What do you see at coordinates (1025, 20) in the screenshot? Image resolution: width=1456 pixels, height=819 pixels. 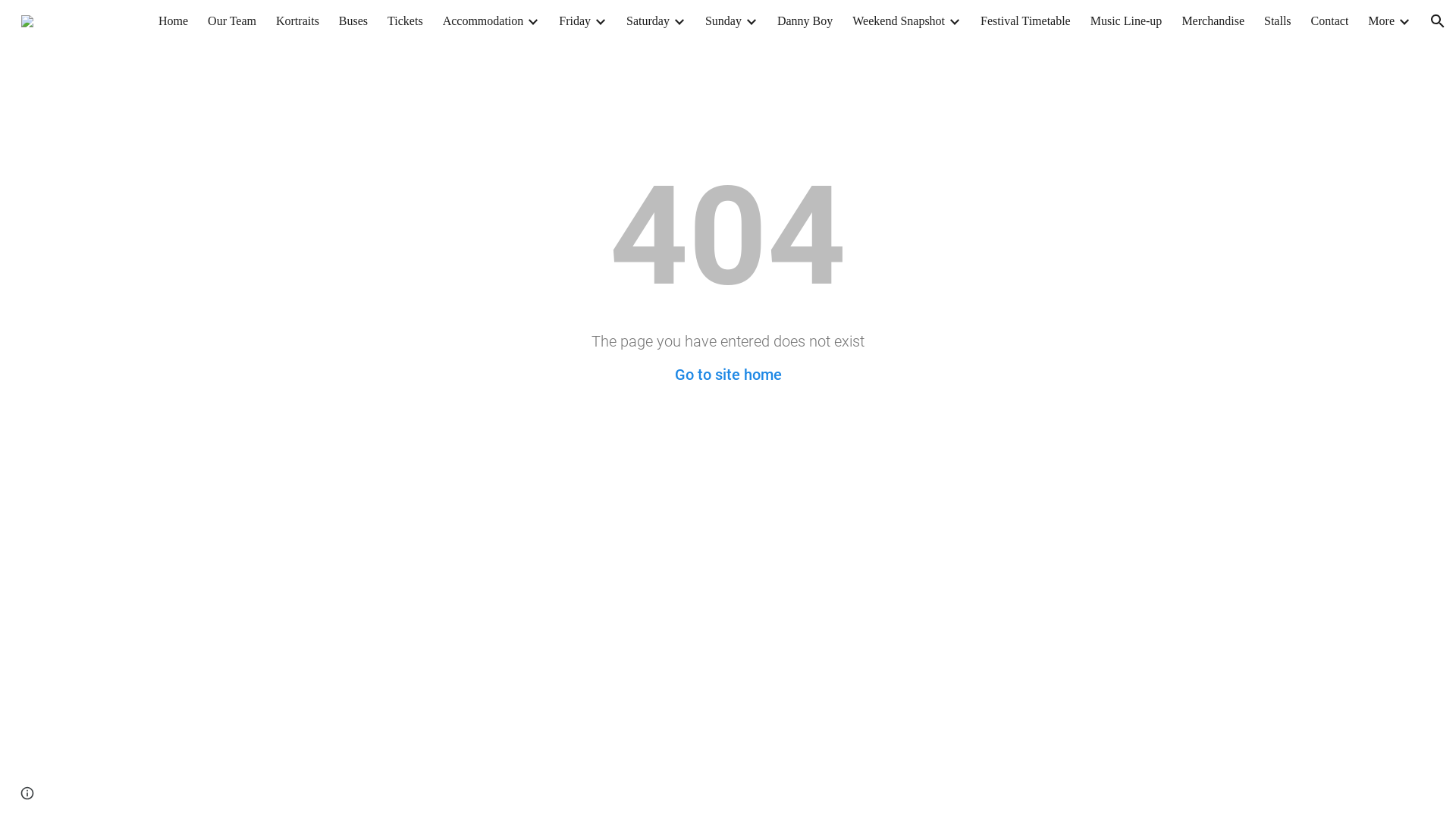 I see `'Festival Timetable'` at bounding box center [1025, 20].